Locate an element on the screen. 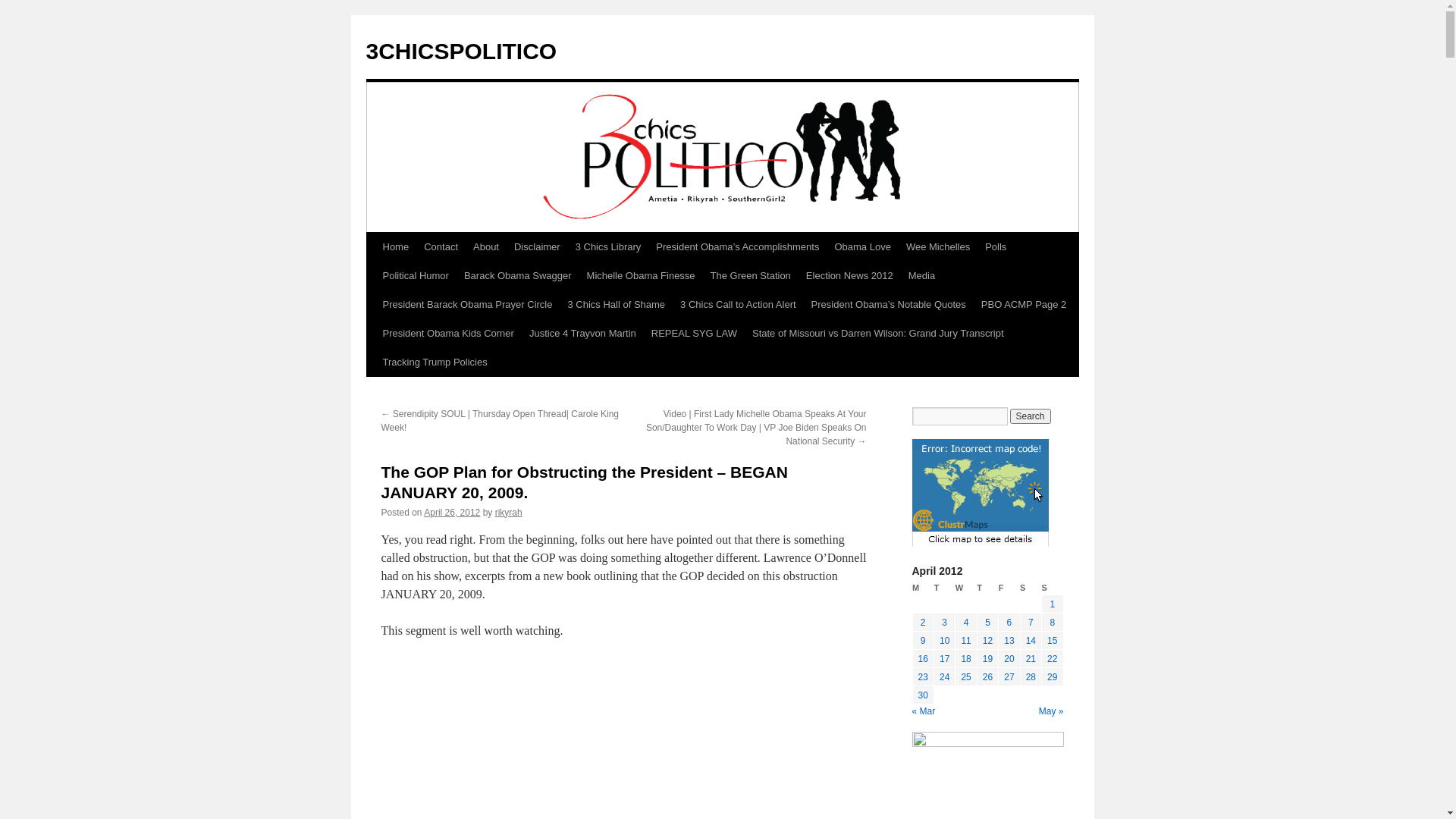  'Contact' is located at coordinates (440, 246).